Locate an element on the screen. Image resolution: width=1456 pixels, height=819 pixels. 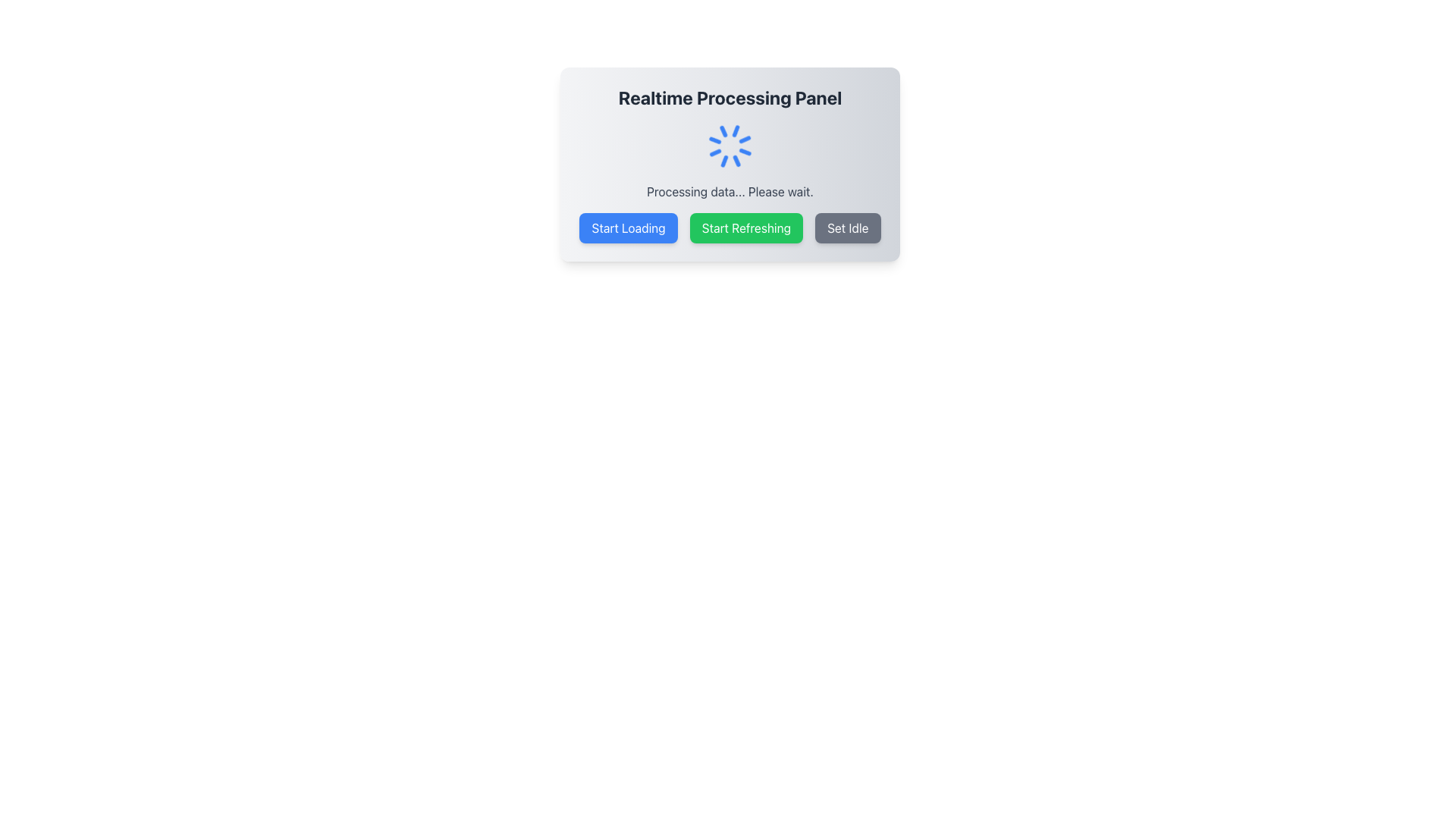
the Spinner Segment which is part of a visual spinner indicating processing status, located in the upper right quadrant of the UI panel is located at coordinates (745, 153).